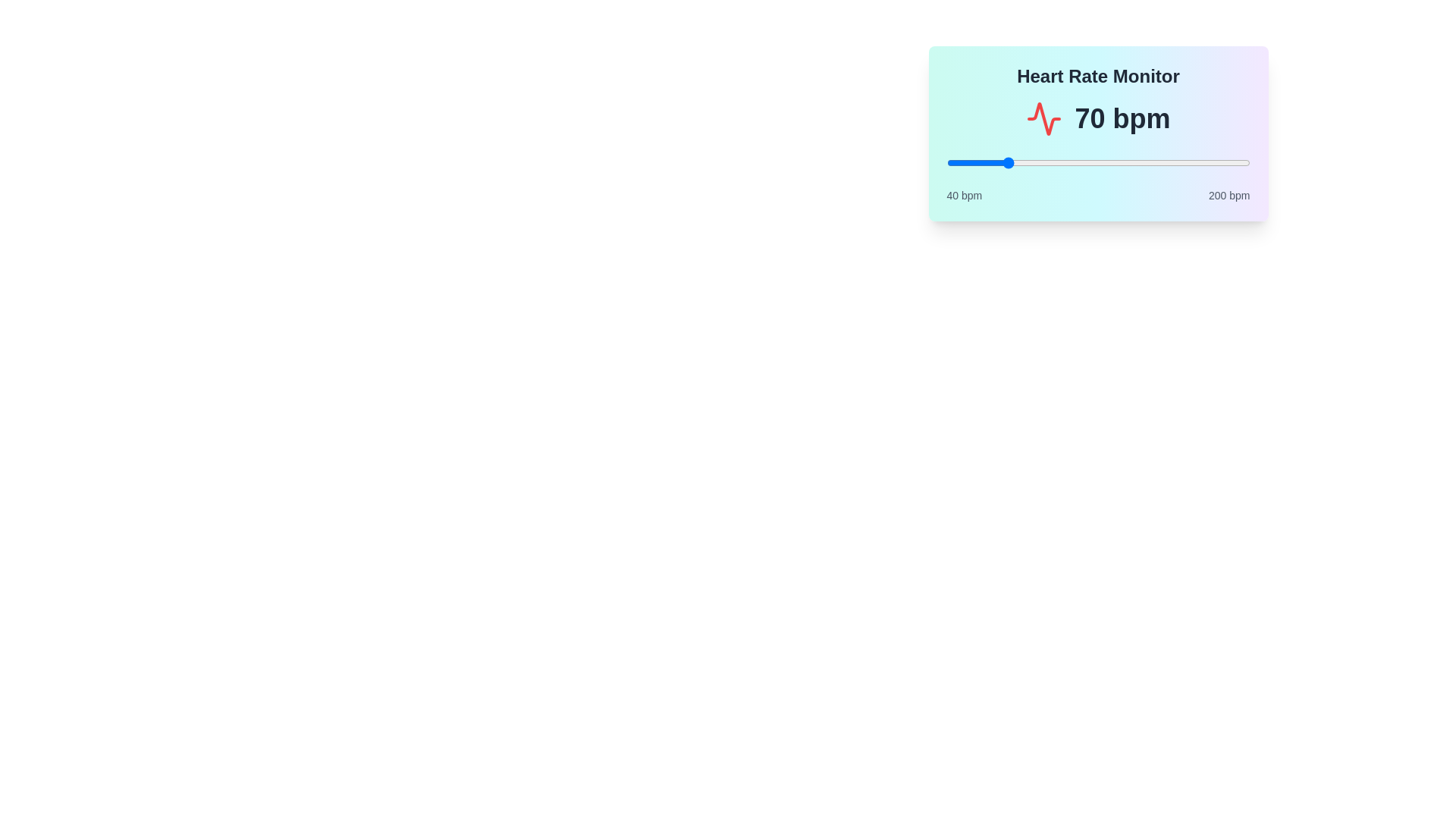 Image resolution: width=1456 pixels, height=819 pixels. Describe the element at coordinates (1238, 163) in the screenshot. I see `the heart rate slider to 194 bpm` at that location.